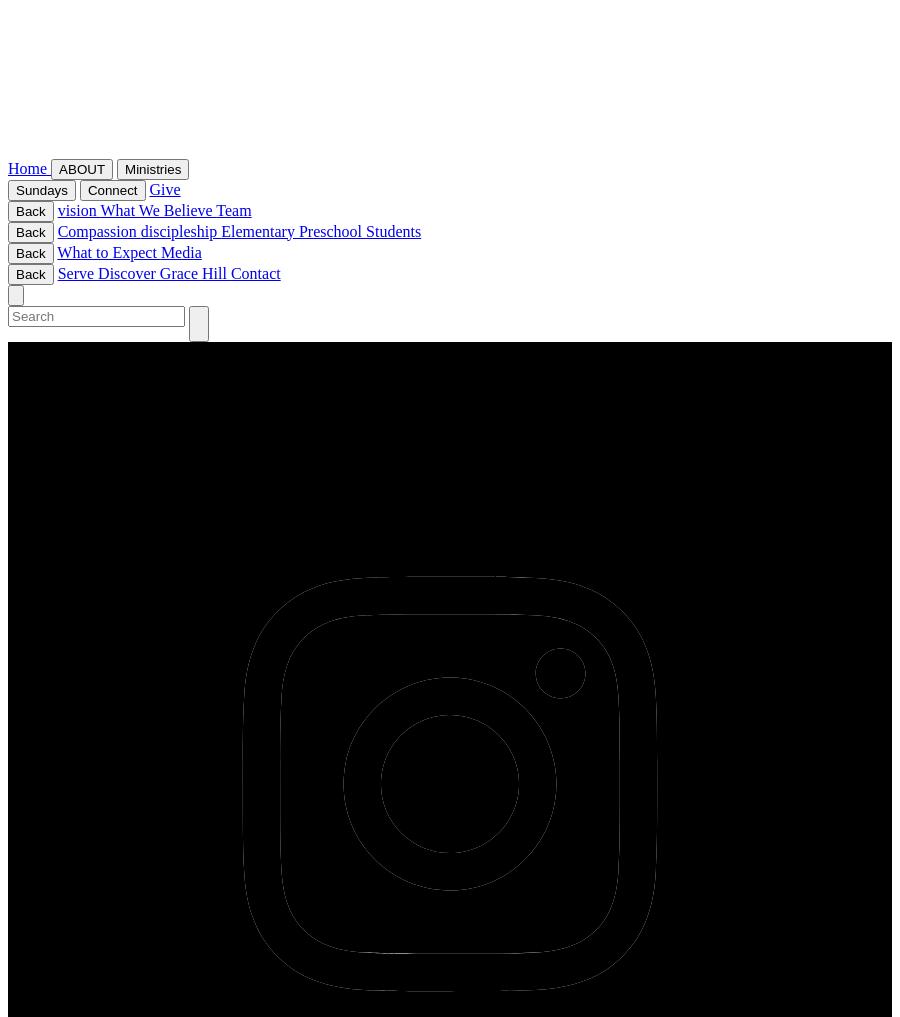 The width and height of the screenshot is (900, 1017). What do you see at coordinates (258, 229) in the screenshot?
I see `'Elementary'` at bounding box center [258, 229].